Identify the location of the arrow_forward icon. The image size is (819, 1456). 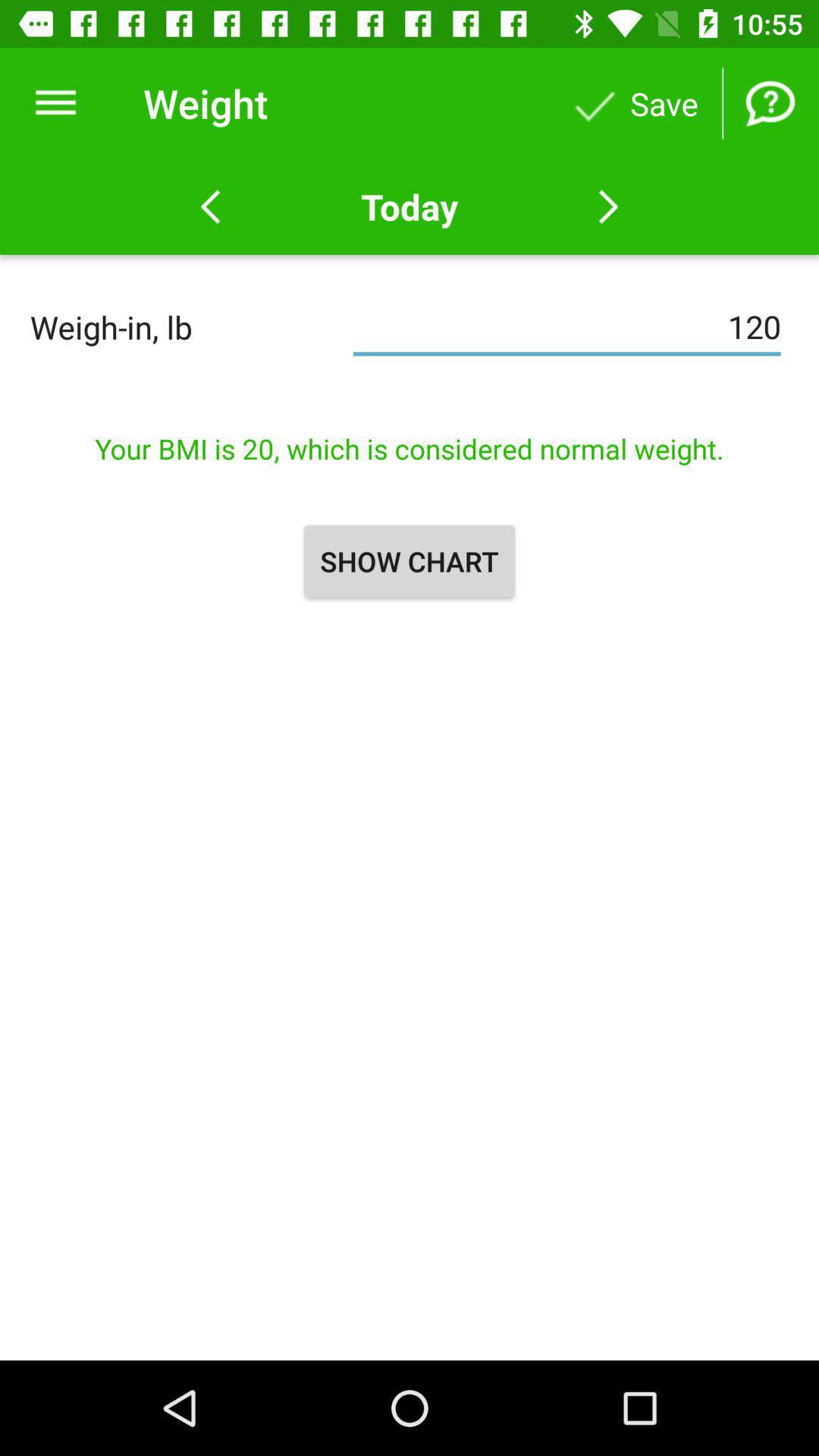
(607, 206).